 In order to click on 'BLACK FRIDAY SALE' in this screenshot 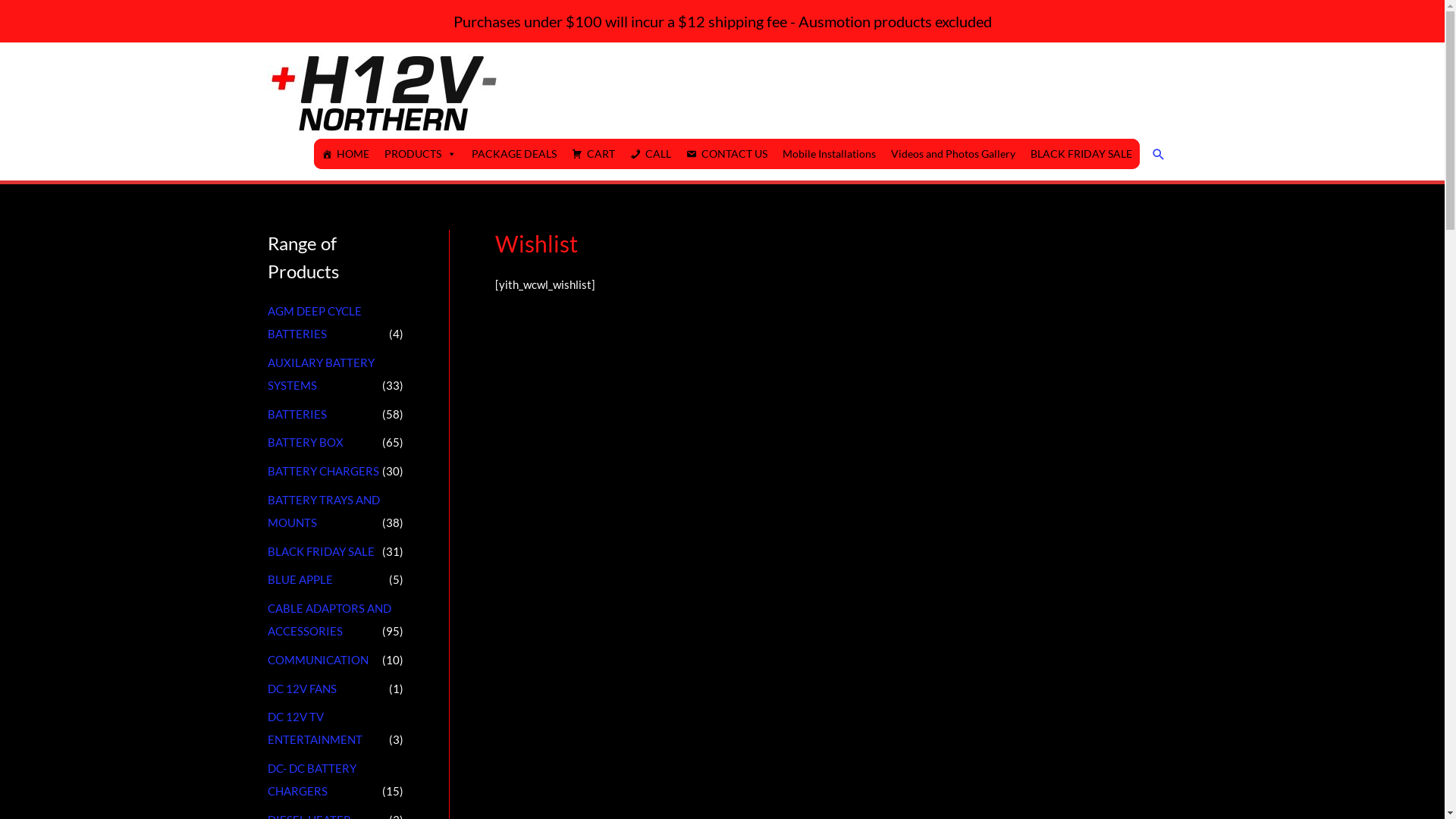, I will do `click(1080, 154)`.